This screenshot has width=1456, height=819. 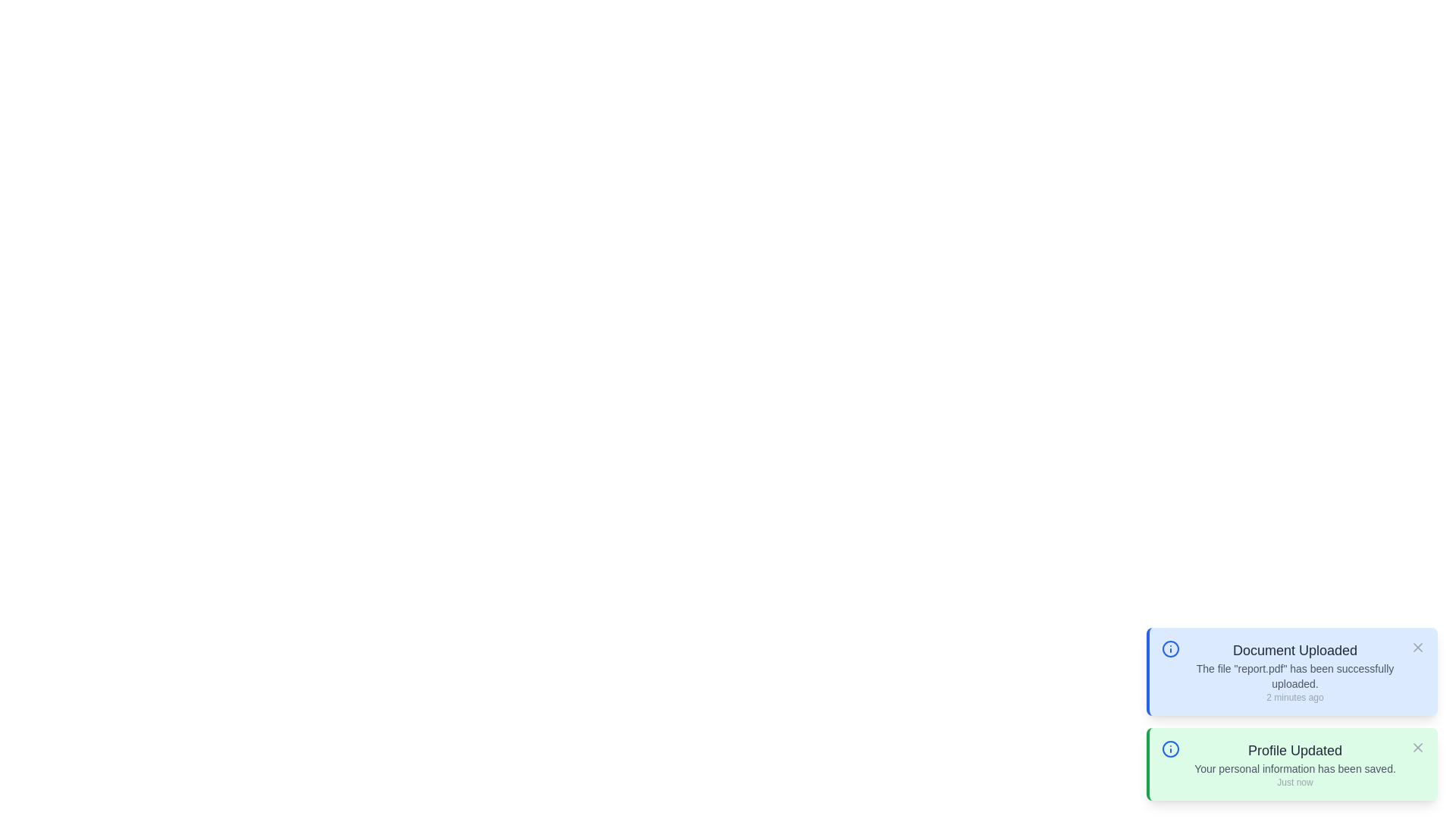 I want to click on the notification to focus on its details, so click(x=1294, y=671).